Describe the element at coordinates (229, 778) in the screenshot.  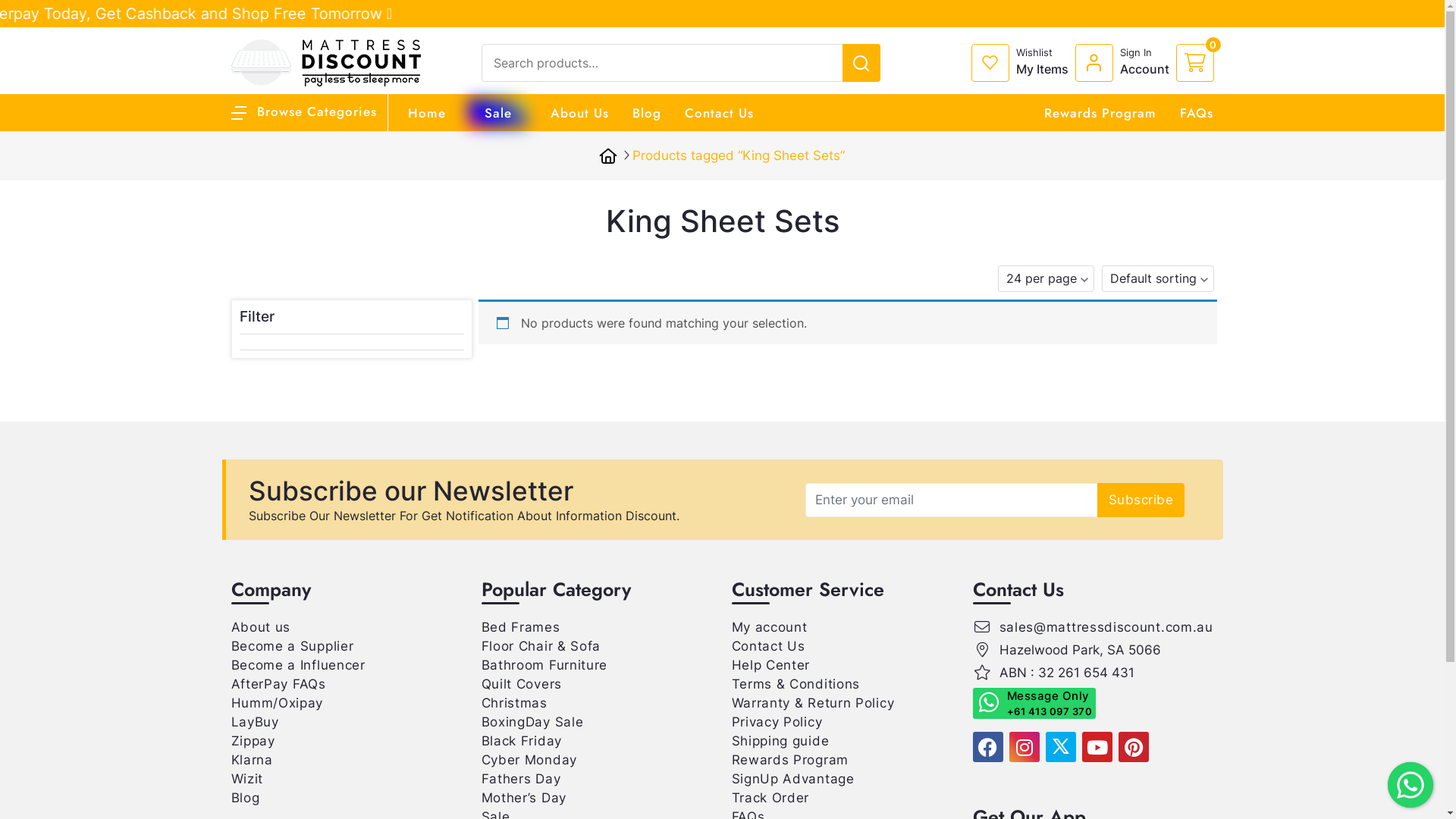
I see `'Wizit'` at that location.